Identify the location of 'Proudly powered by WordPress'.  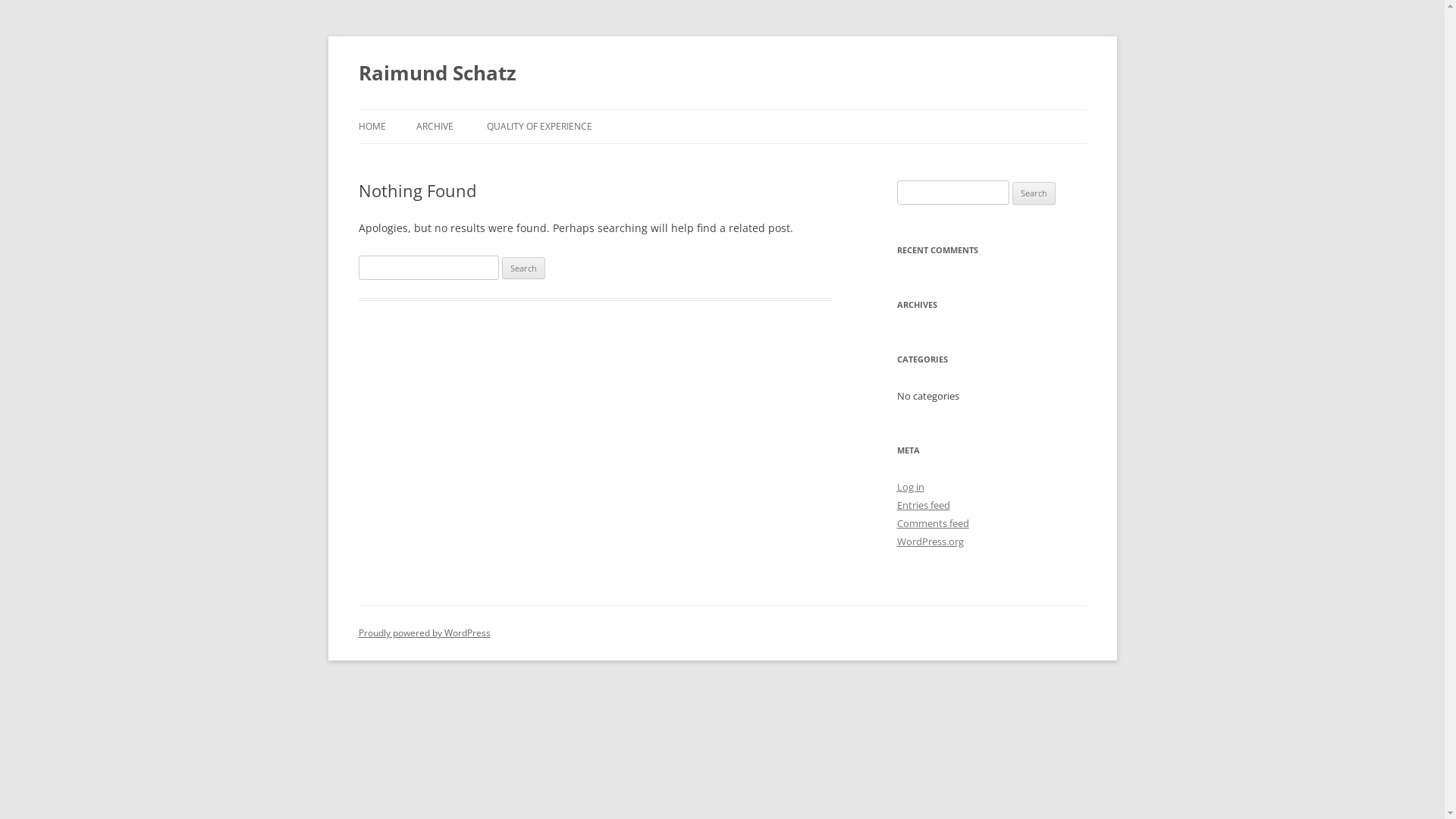
(356, 632).